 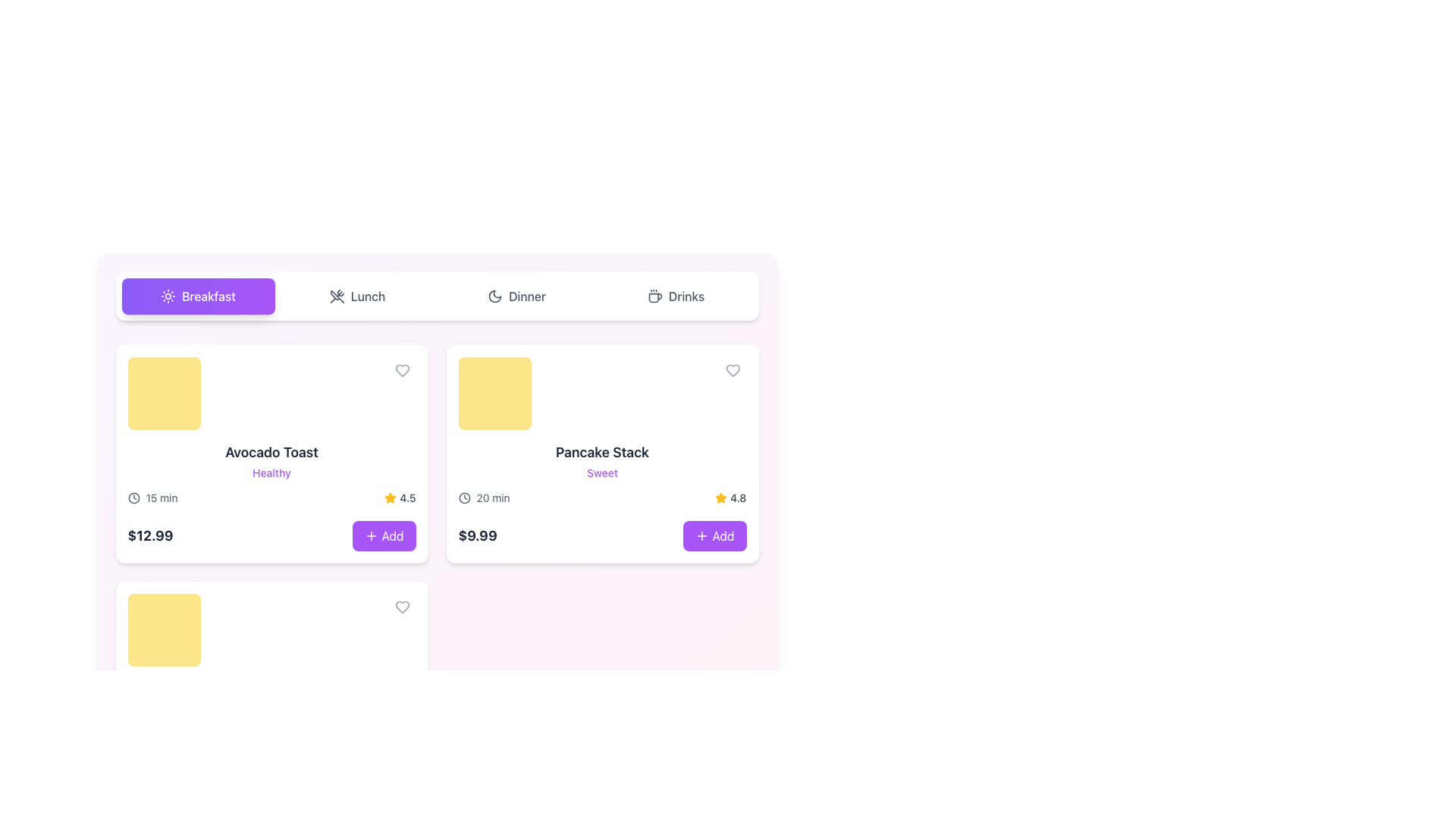 I want to click on the text element representing the name and category of a menu item in the 'Breakfast' section, so click(x=271, y=461).